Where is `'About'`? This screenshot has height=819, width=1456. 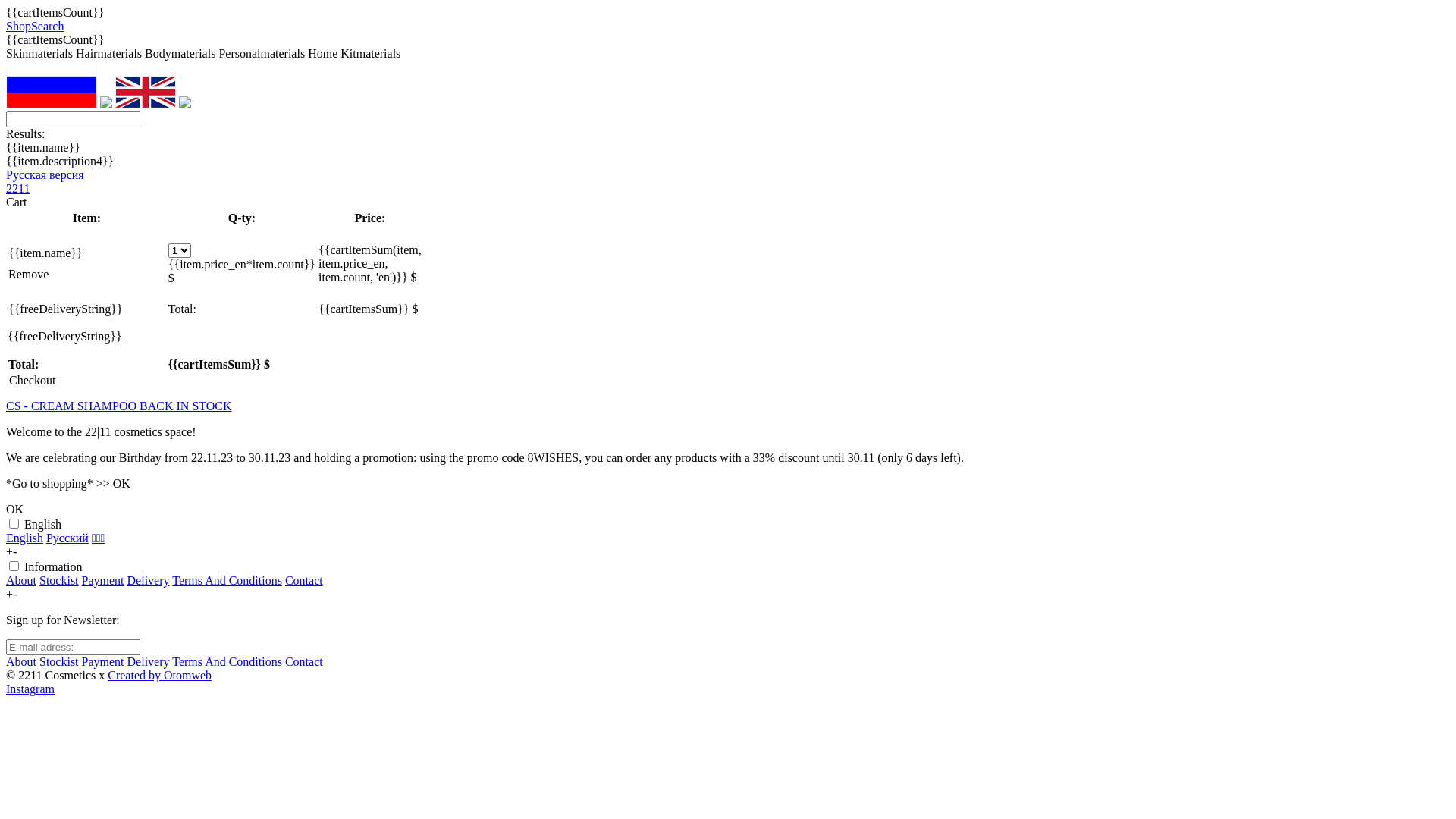 'About' is located at coordinates (21, 661).